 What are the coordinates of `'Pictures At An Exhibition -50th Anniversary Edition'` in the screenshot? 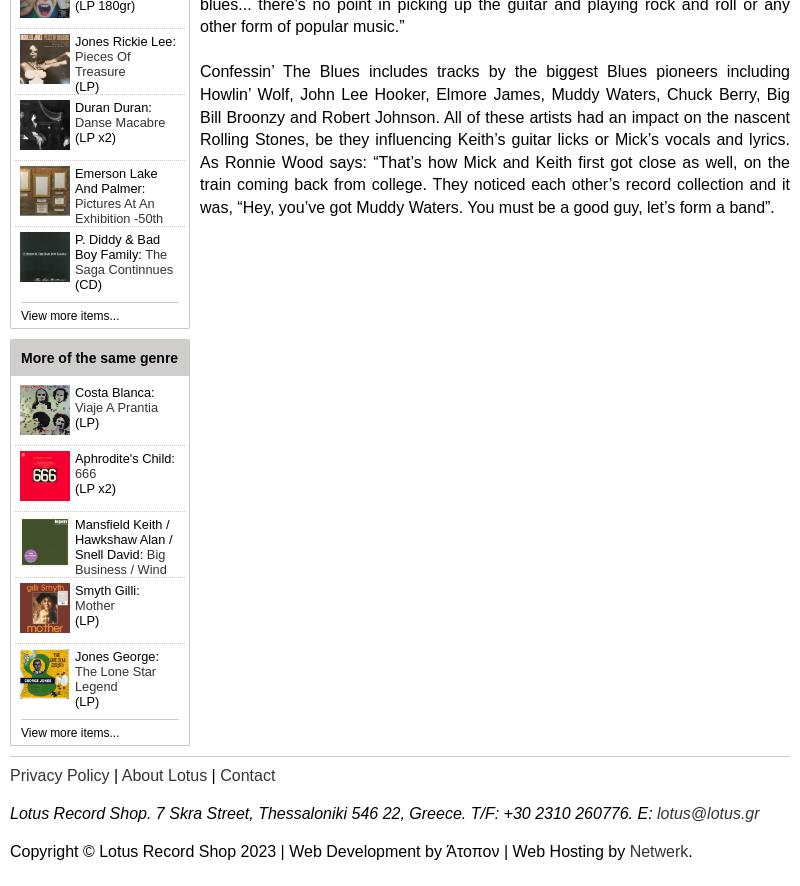 It's located at (117, 225).